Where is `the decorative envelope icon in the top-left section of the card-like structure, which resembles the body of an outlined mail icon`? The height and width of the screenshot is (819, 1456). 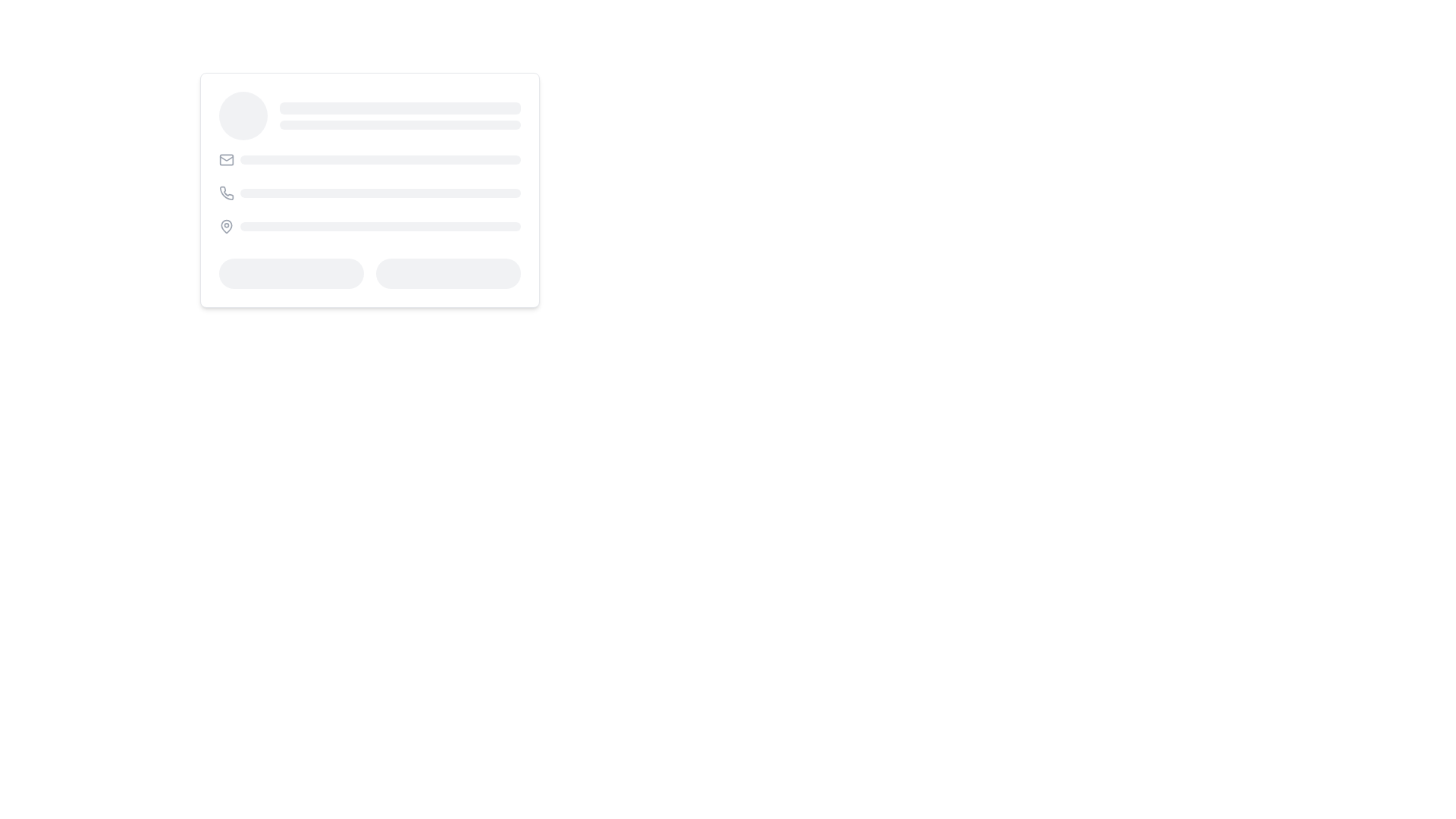
the decorative envelope icon in the top-left section of the card-like structure, which resembles the body of an outlined mail icon is located at coordinates (225, 160).